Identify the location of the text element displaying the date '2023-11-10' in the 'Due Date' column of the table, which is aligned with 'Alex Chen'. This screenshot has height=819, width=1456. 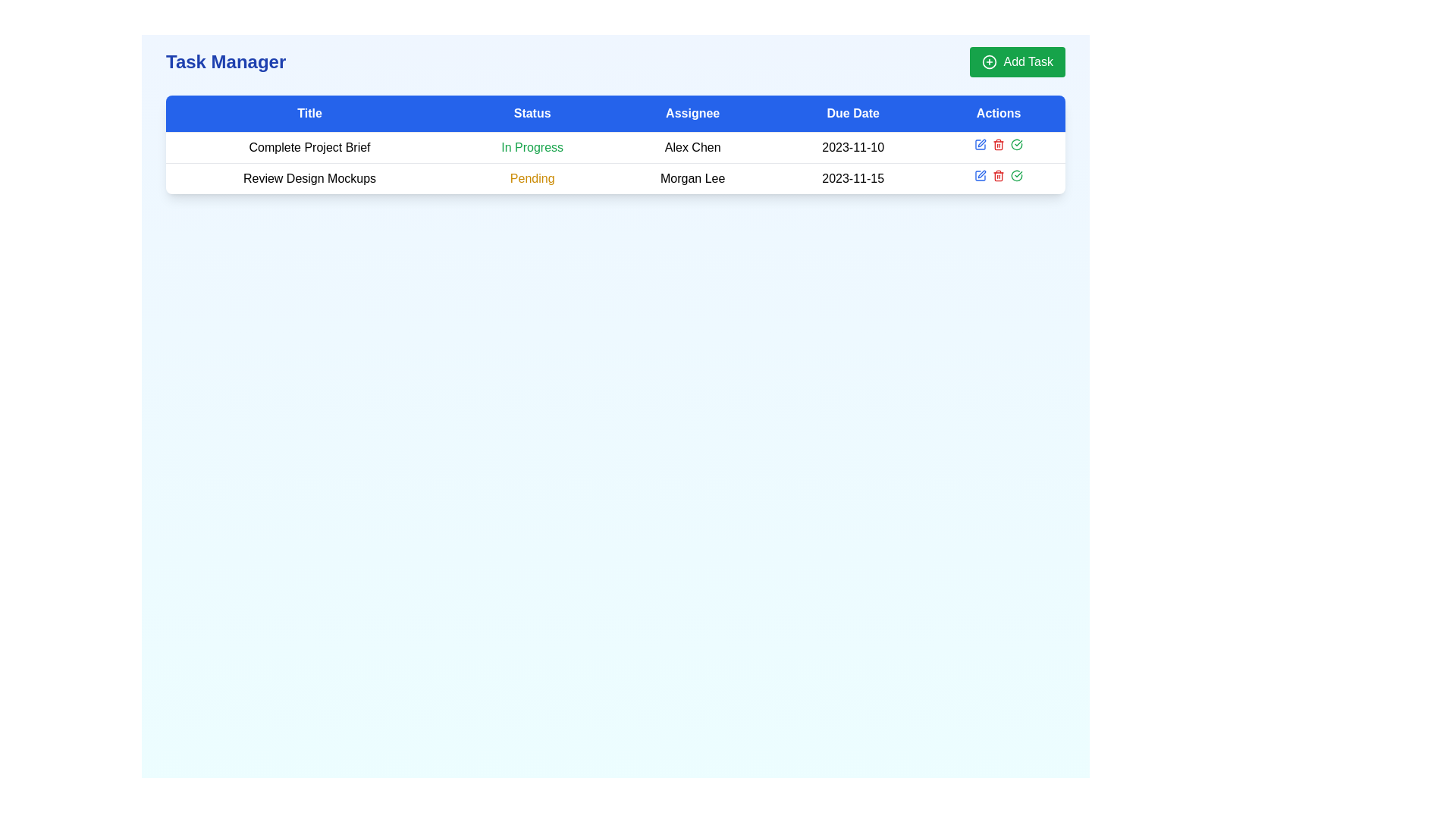
(853, 148).